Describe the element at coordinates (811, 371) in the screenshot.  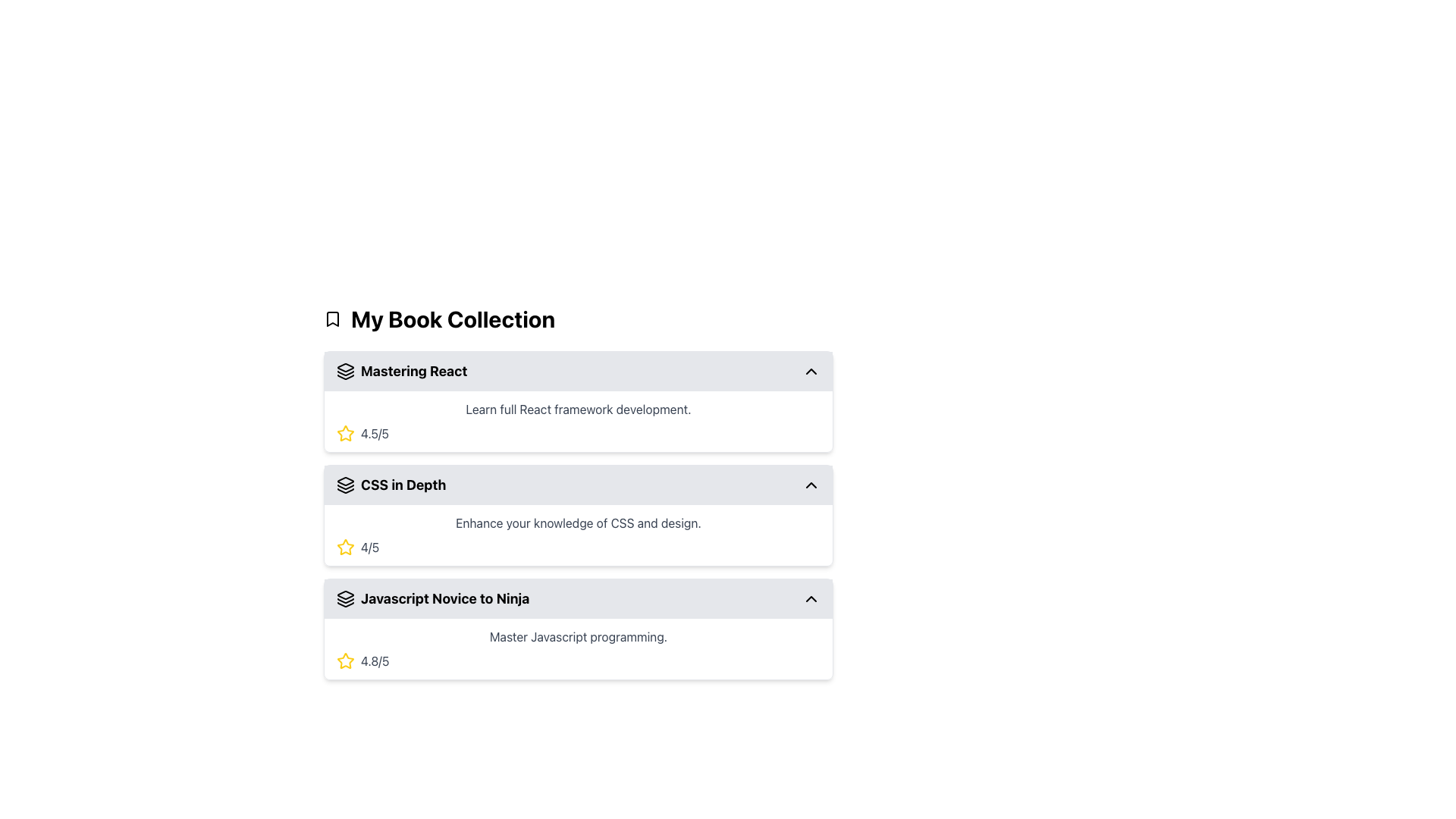
I see `the upward-pointing chevron icon located to the right of the 'Mastering React' header text within the gray background bar` at that location.